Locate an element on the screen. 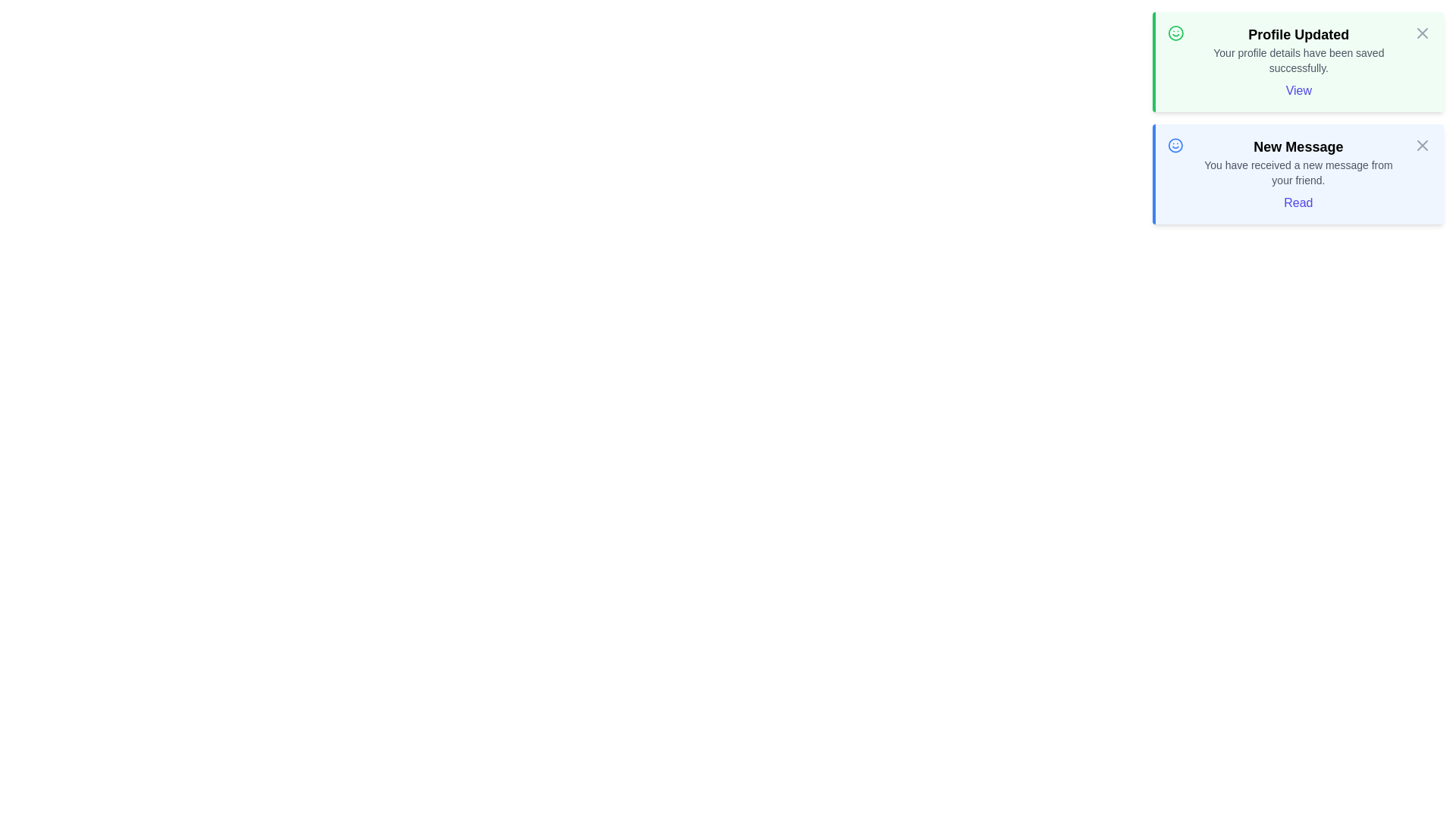 This screenshot has height=819, width=1456. close button of the notification to remove it is located at coordinates (1422, 33).